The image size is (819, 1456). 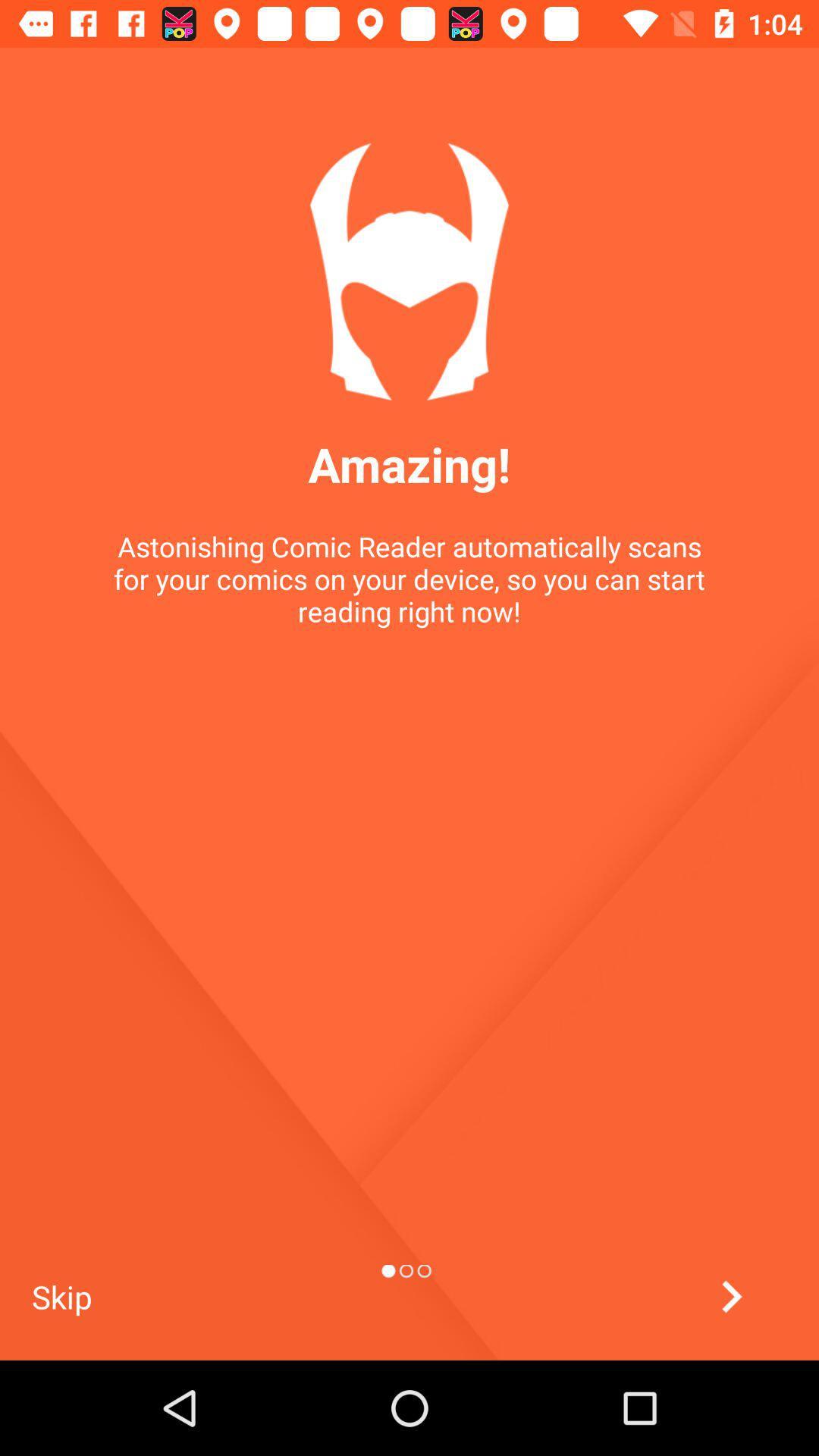 I want to click on next option, so click(x=730, y=1295).